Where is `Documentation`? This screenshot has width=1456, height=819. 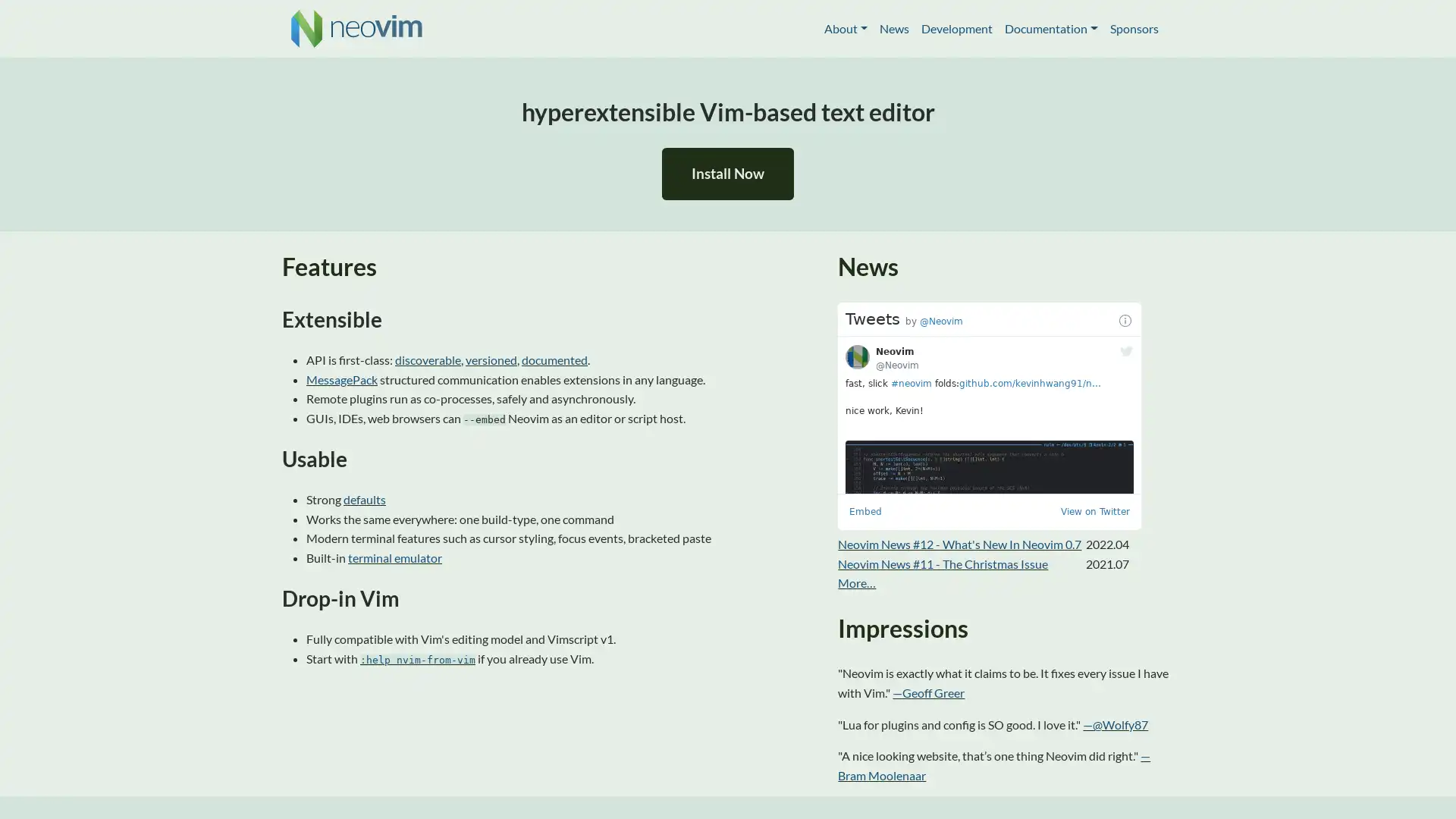 Documentation is located at coordinates (1050, 28).